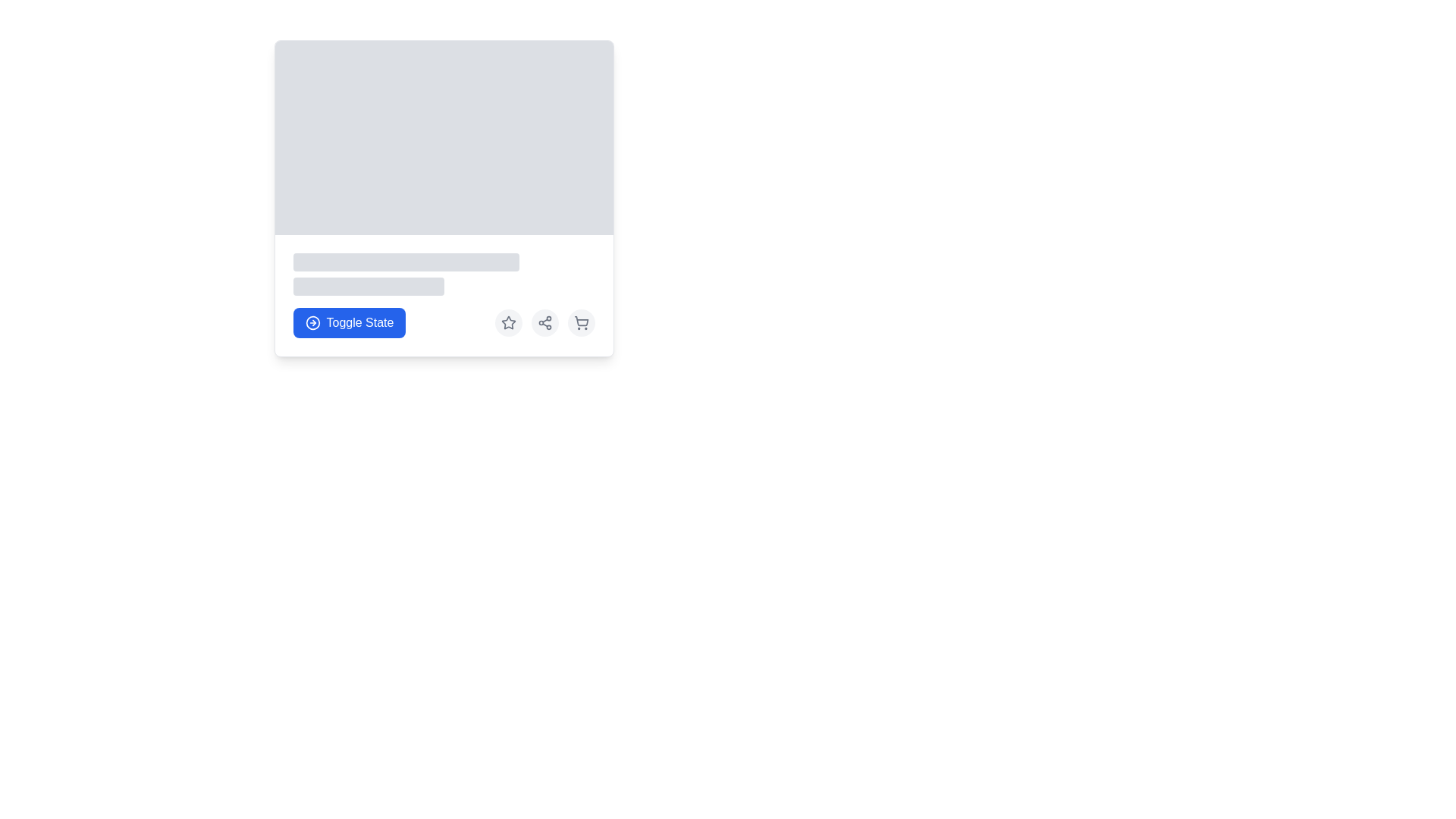 Image resolution: width=1456 pixels, height=819 pixels. What do you see at coordinates (580, 322) in the screenshot?
I see `the small shopping cart icon located at the lower right corner of the card, which is positioned among a horizontal arrangement of icons` at bounding box center [580, 322].